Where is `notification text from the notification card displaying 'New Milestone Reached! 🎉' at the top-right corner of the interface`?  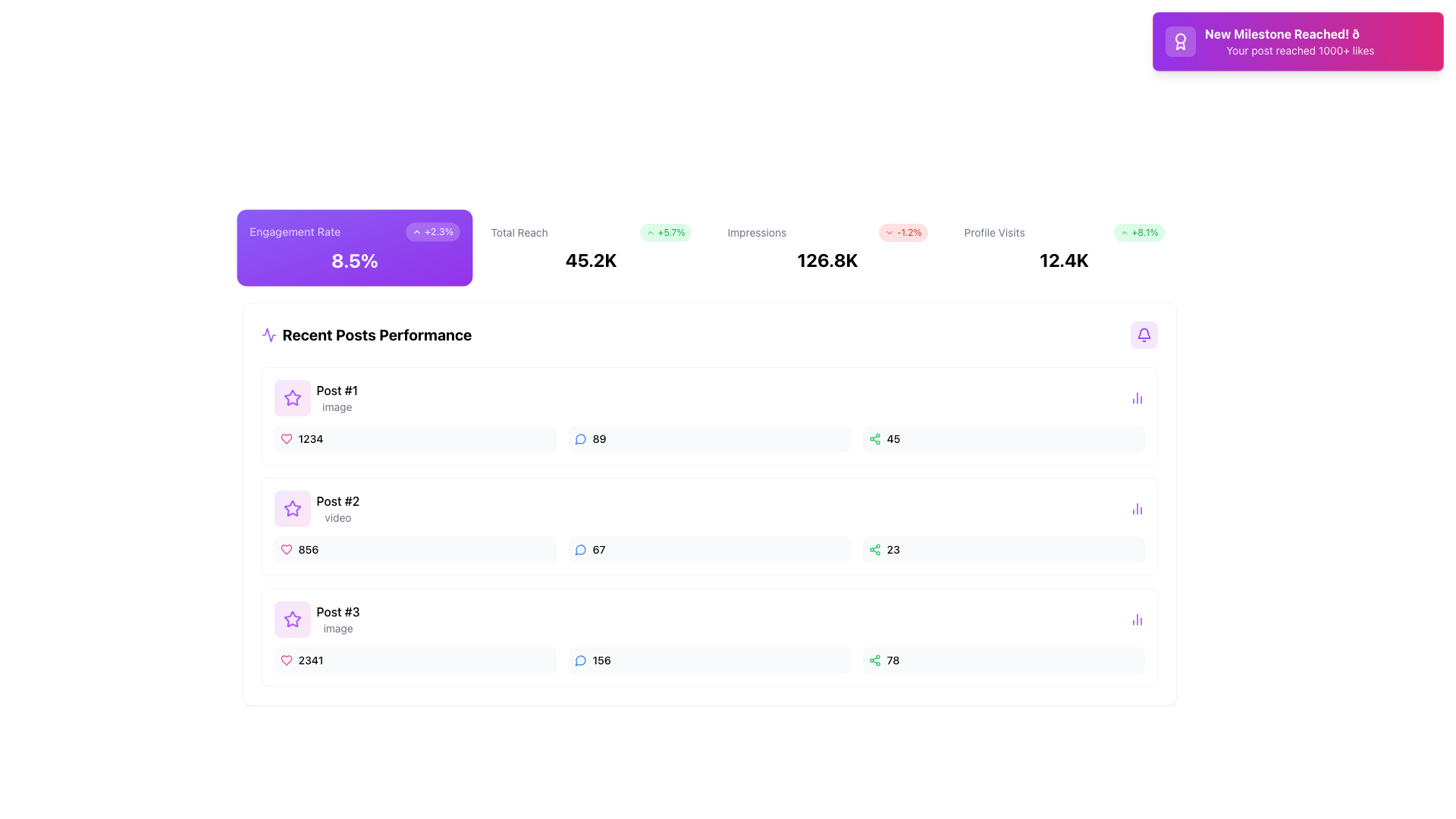
notification text from the notification card displaying 'New Milestone Reached! 🎉' at the top-right corner of the interface is located at coordinates (1298, 40).